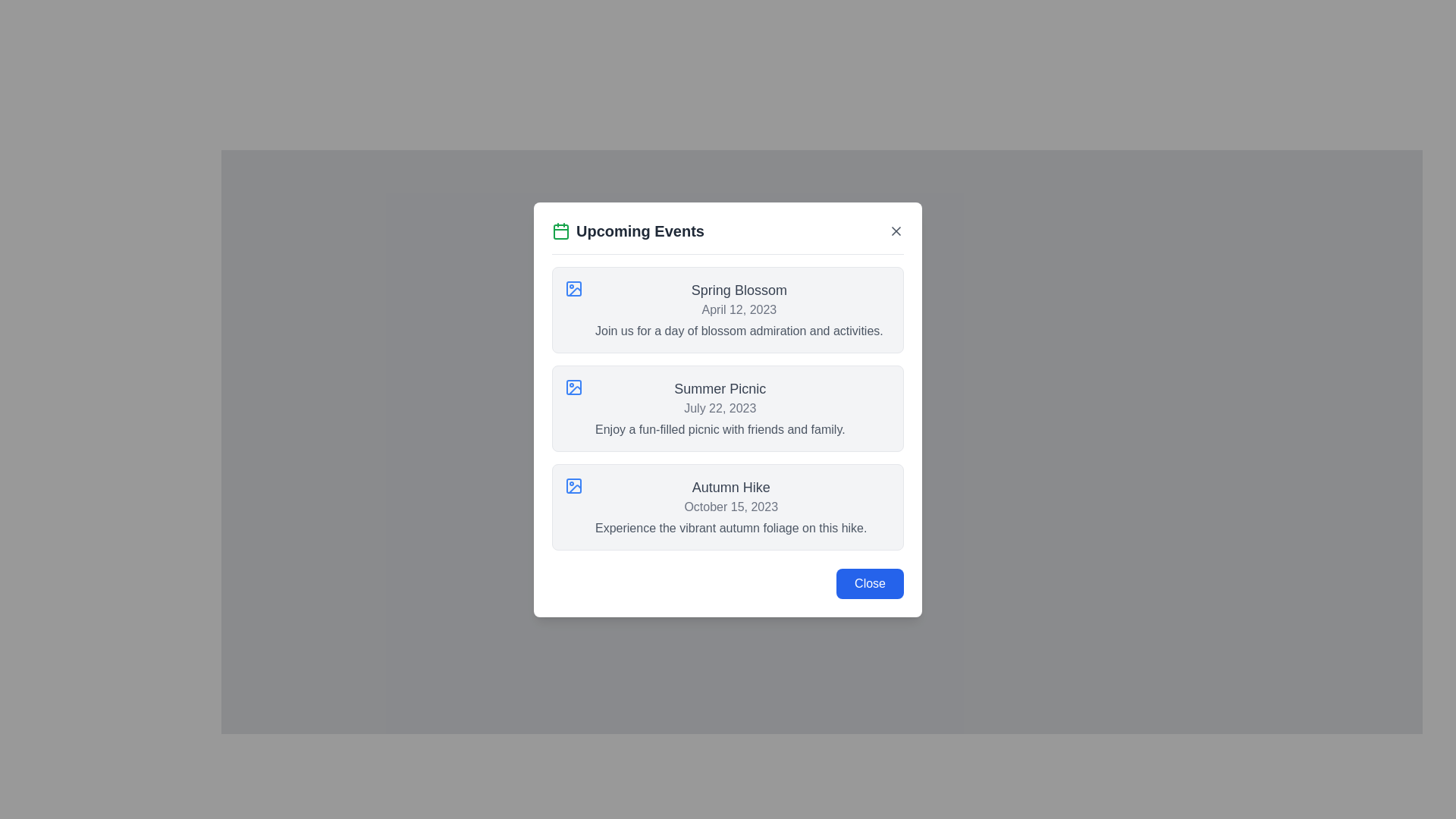 The height and width of the screenshot is (819, 1456). I want to click on event details from the Event information card titled 'Summer Picnic', dated 'July 22, 2023', which is located in the second position of the event card list, so click(728, 406).